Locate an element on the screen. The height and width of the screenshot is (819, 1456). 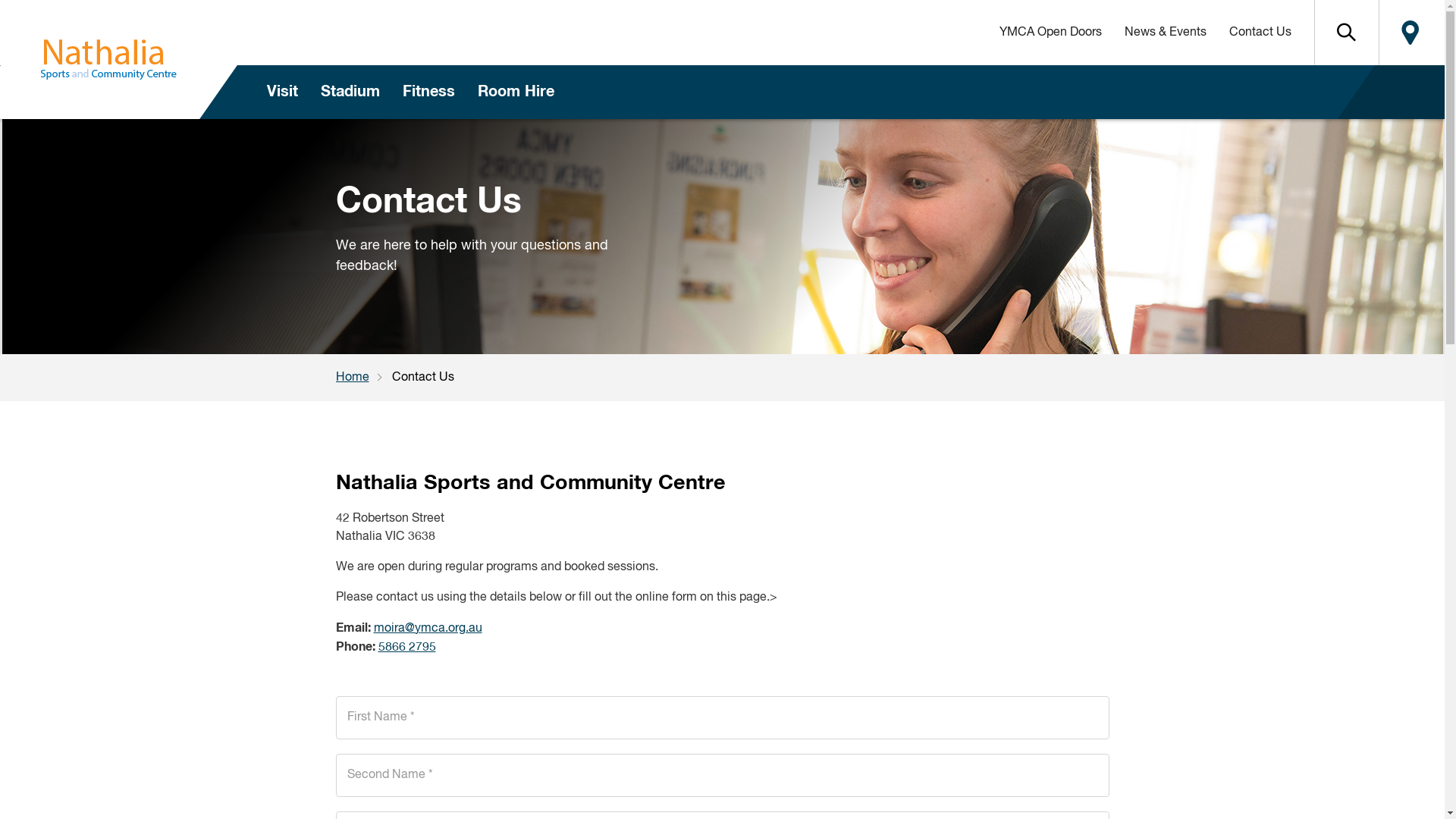
'Contact Us' is located at coordinates (1260, 32).